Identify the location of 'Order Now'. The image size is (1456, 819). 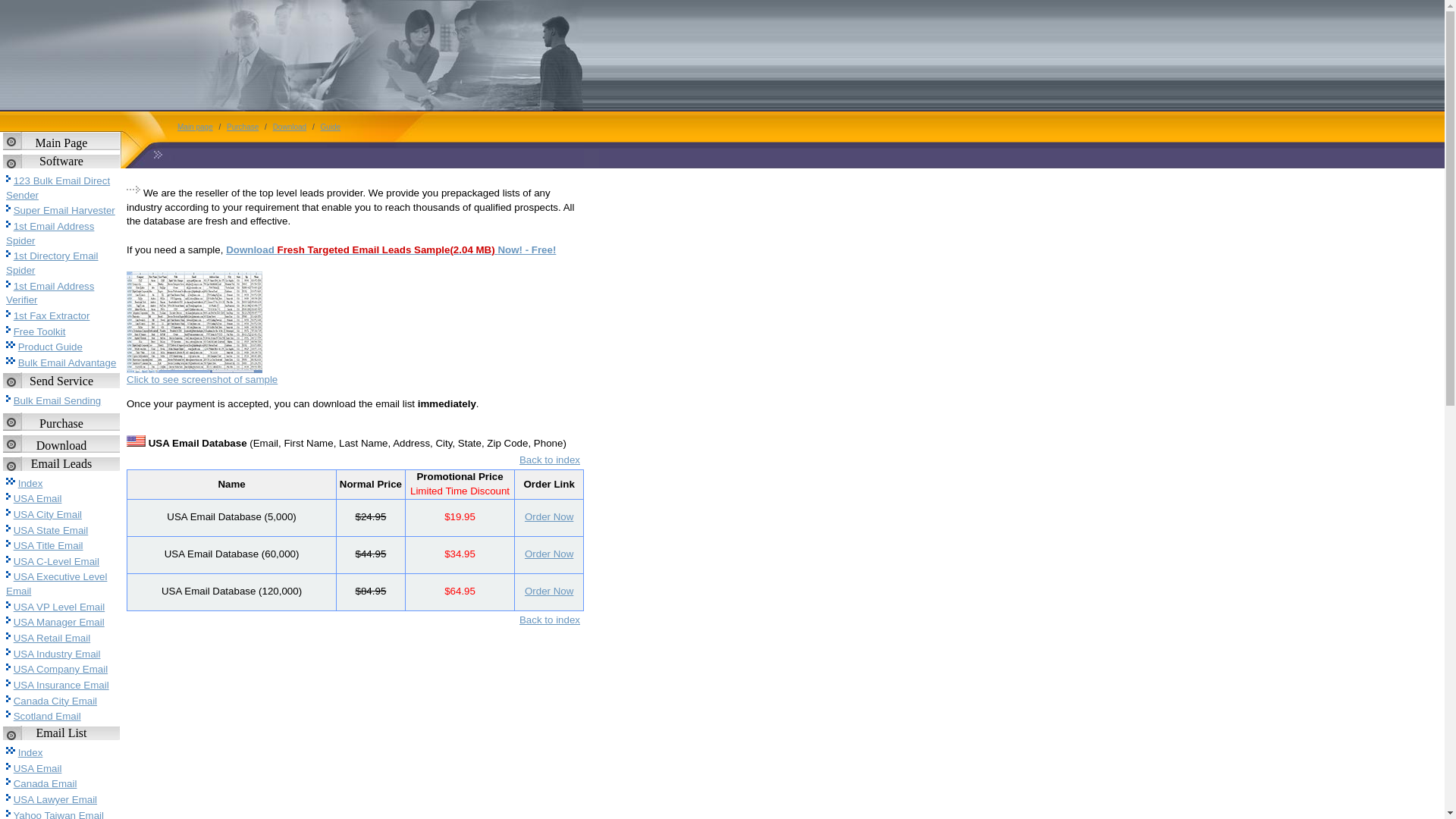
(548, 590).